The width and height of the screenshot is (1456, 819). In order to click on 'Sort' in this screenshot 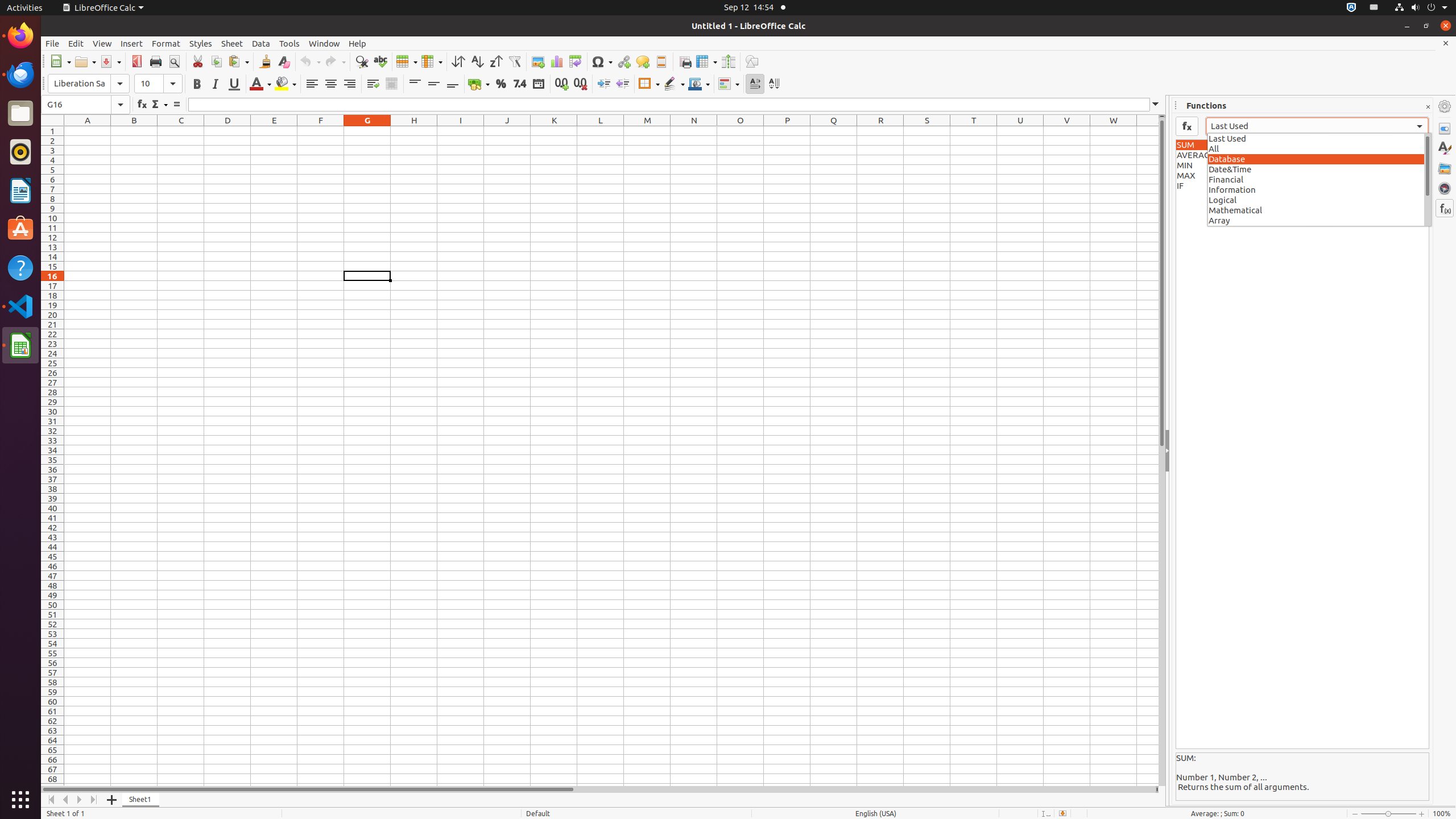, I will do `click(457, 61)`.